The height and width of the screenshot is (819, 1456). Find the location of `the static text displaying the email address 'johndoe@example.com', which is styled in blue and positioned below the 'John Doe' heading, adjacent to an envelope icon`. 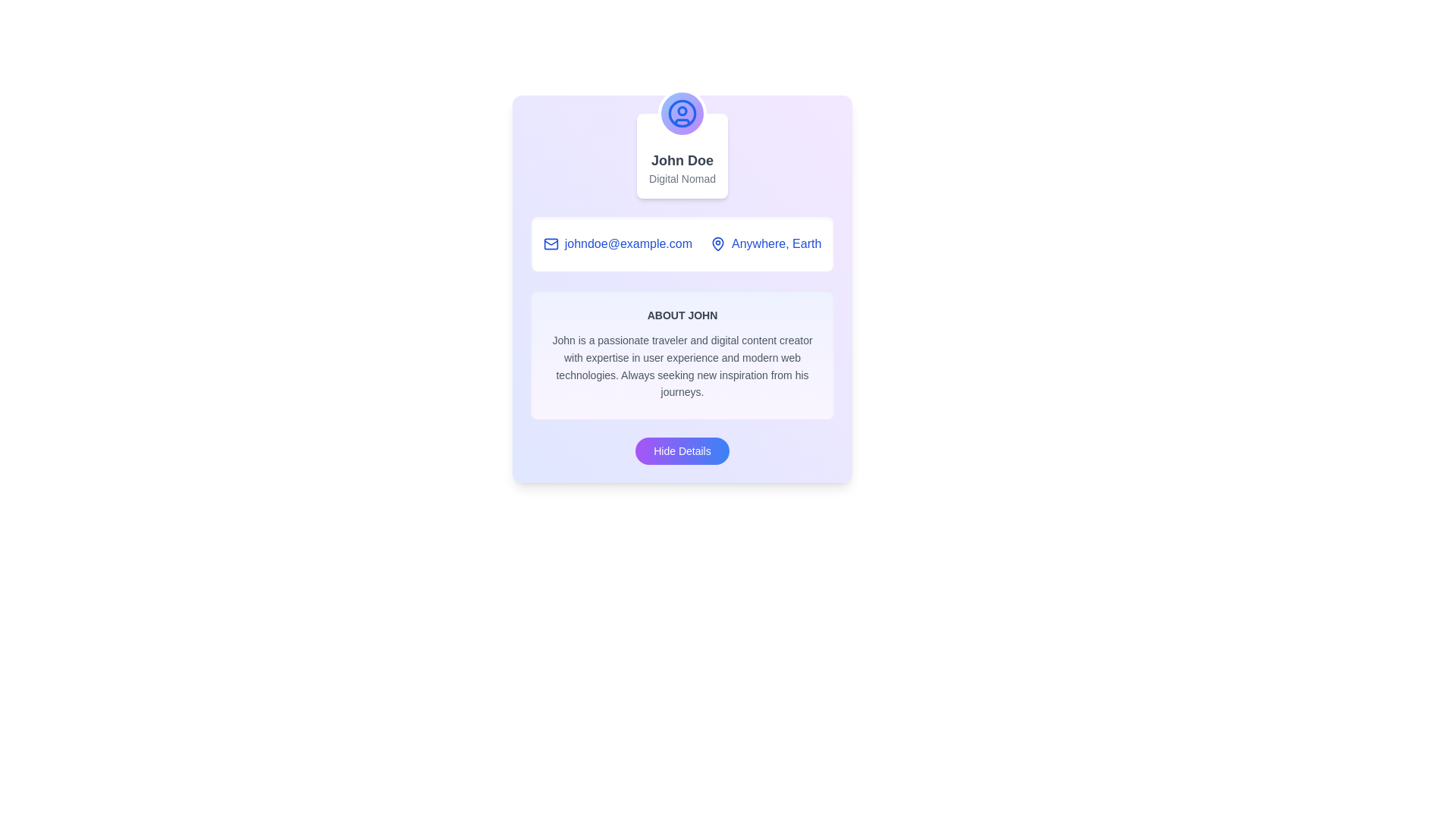

the static text displaying the email address 'johndoe@example.com', which is styled in blue and positioned below the 'John Doe' heading, adjacent to an envelope icon is located at coordinates (628, 243).